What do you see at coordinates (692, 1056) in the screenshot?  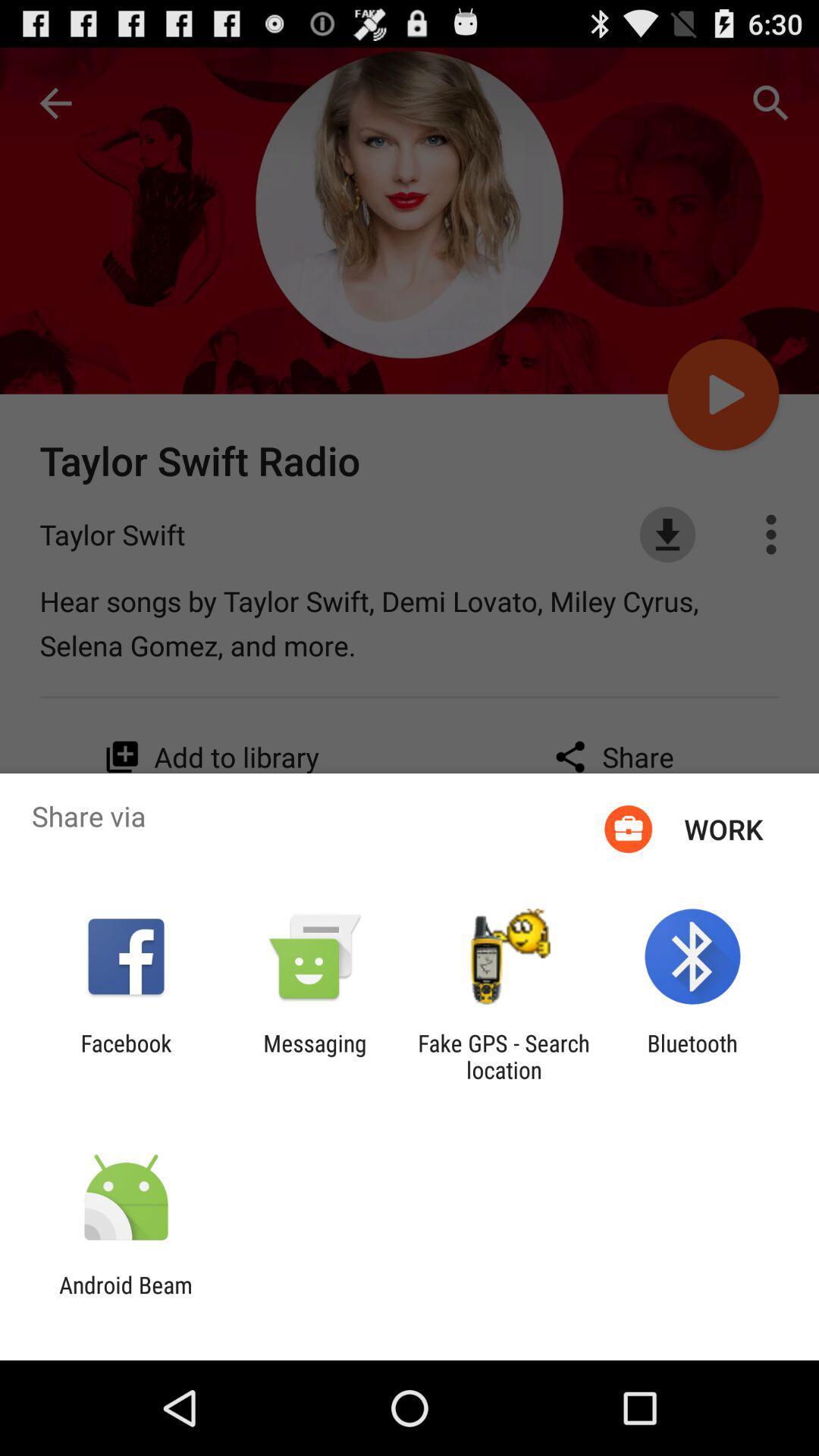 I see `bluetooth app` at bounding box center [692, 1056].